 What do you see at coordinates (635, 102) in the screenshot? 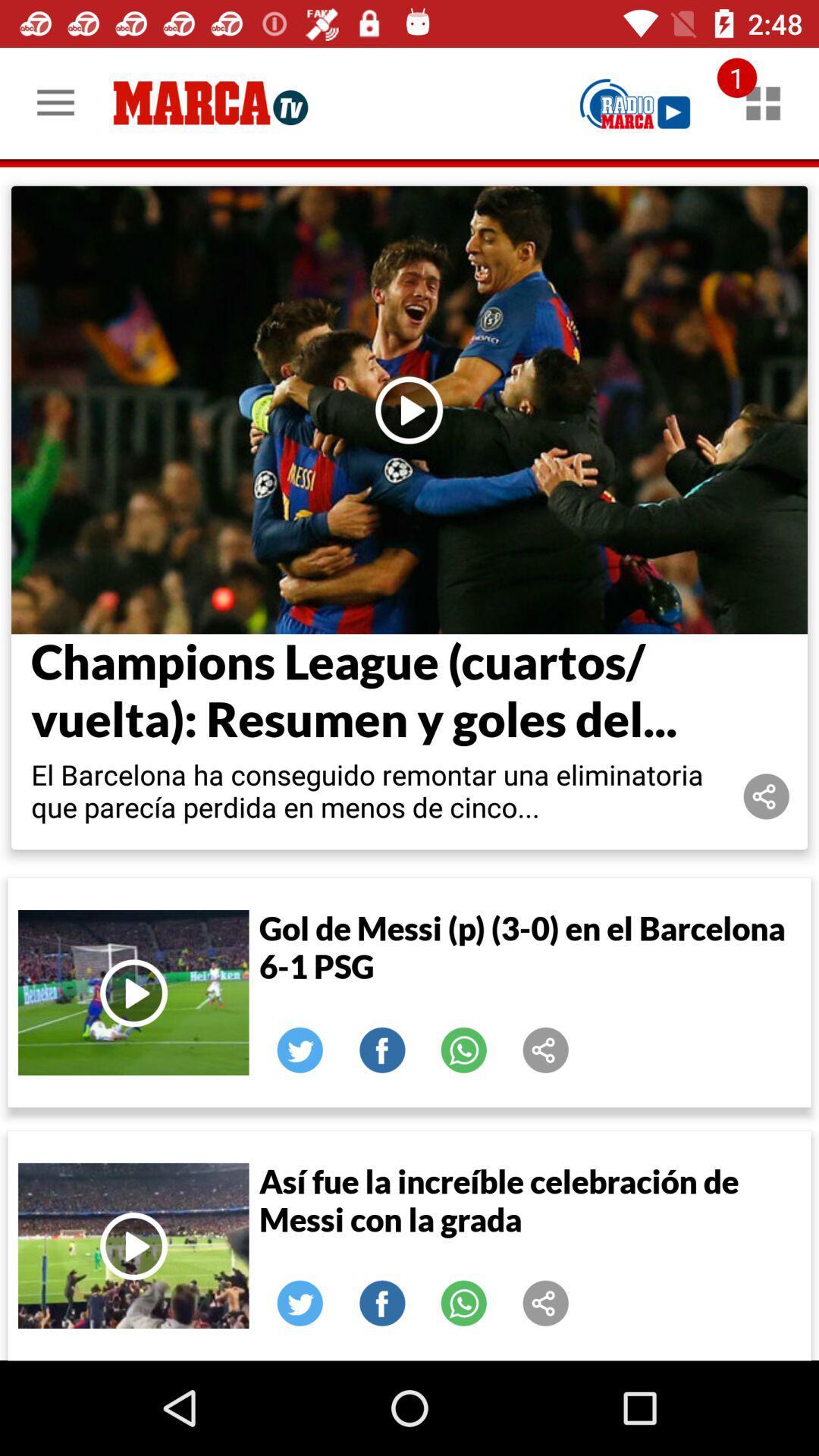
I see `radio marca` at bounding box center [635, 102].